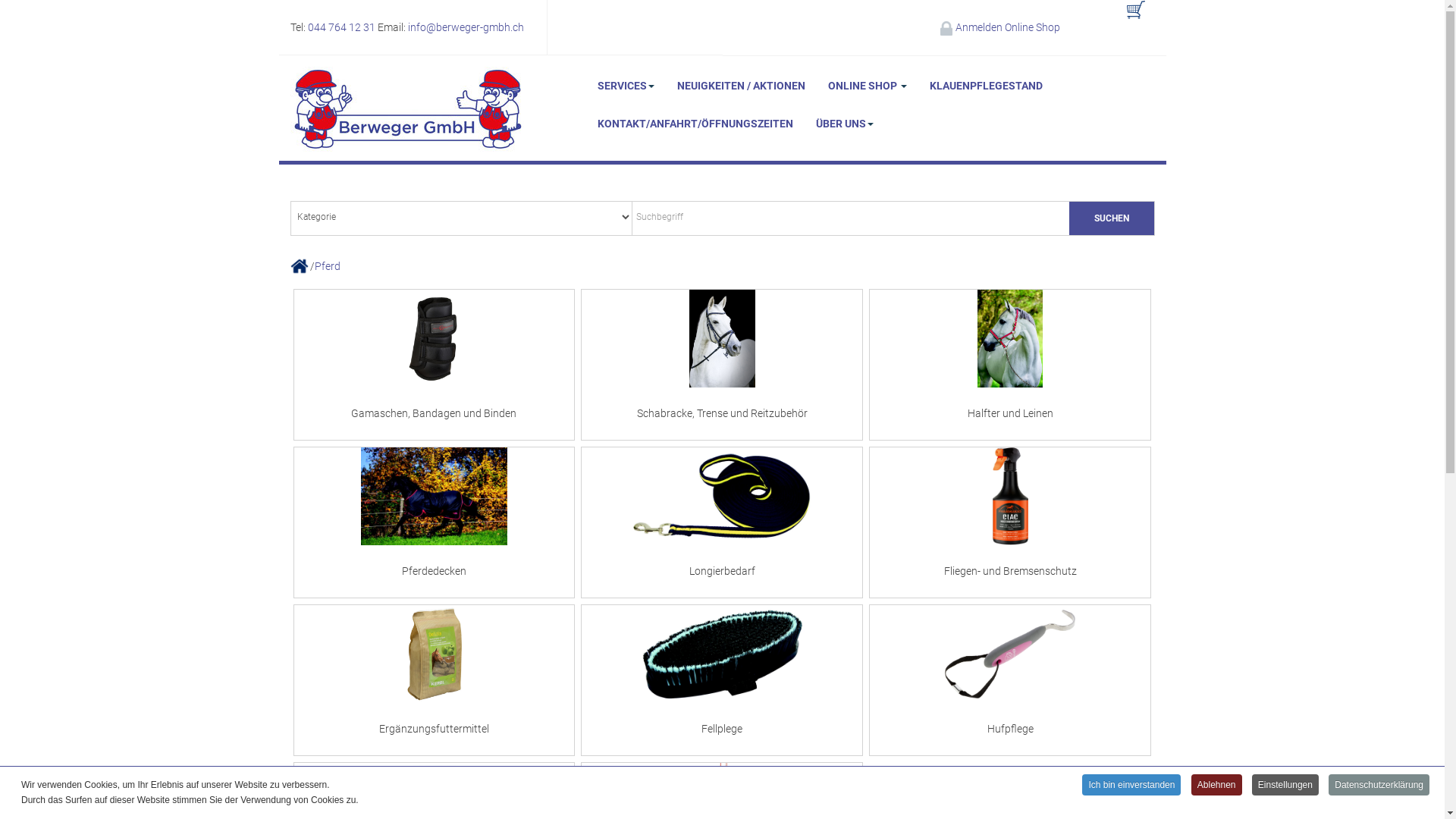  Describe the element at coordinates (406, 108) in the screenshot. I see `'Berweger Eisenwaren GmbH'` at that location.